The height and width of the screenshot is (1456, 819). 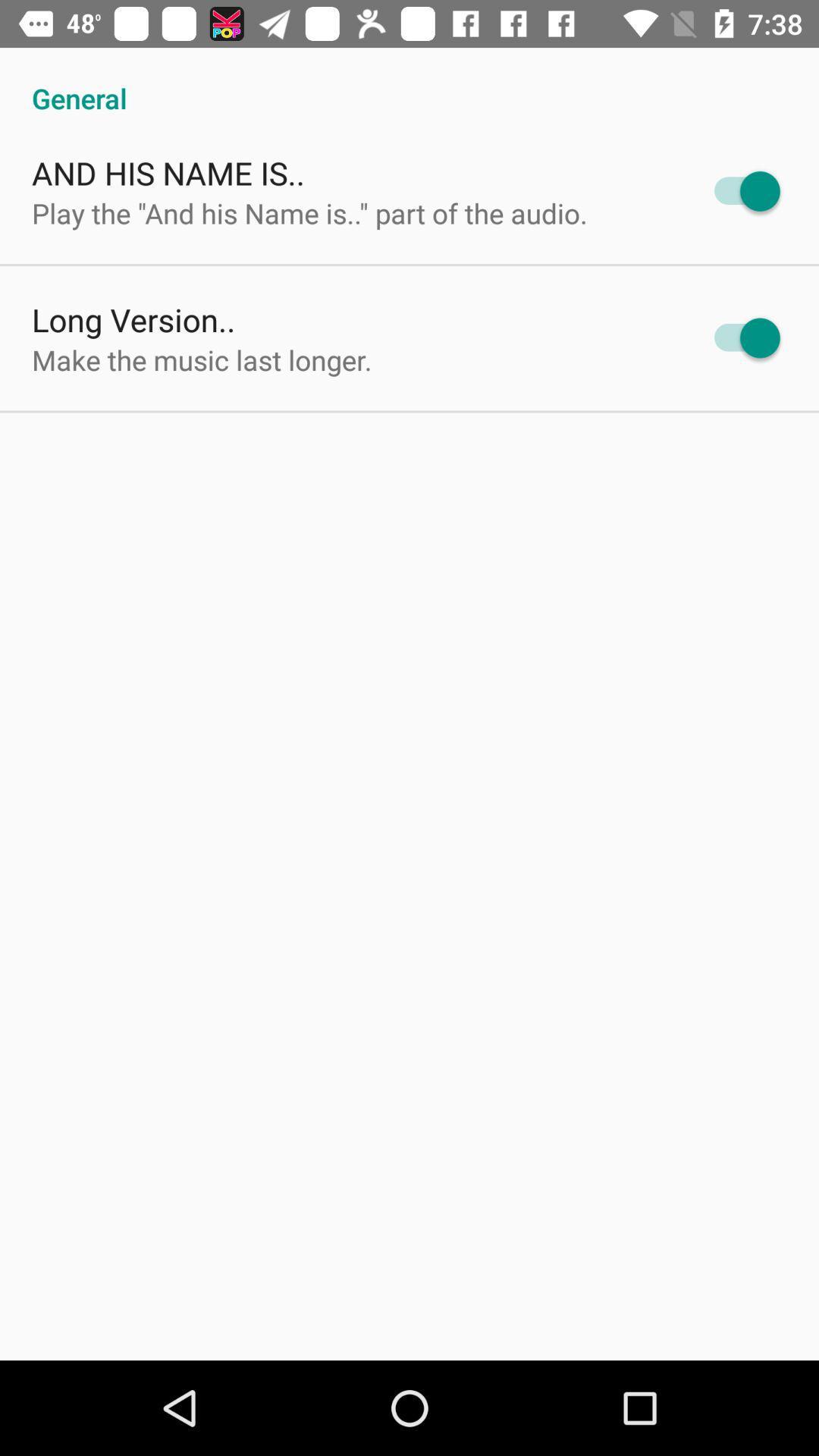 I want to click on general item, so click(x=409, y=81).